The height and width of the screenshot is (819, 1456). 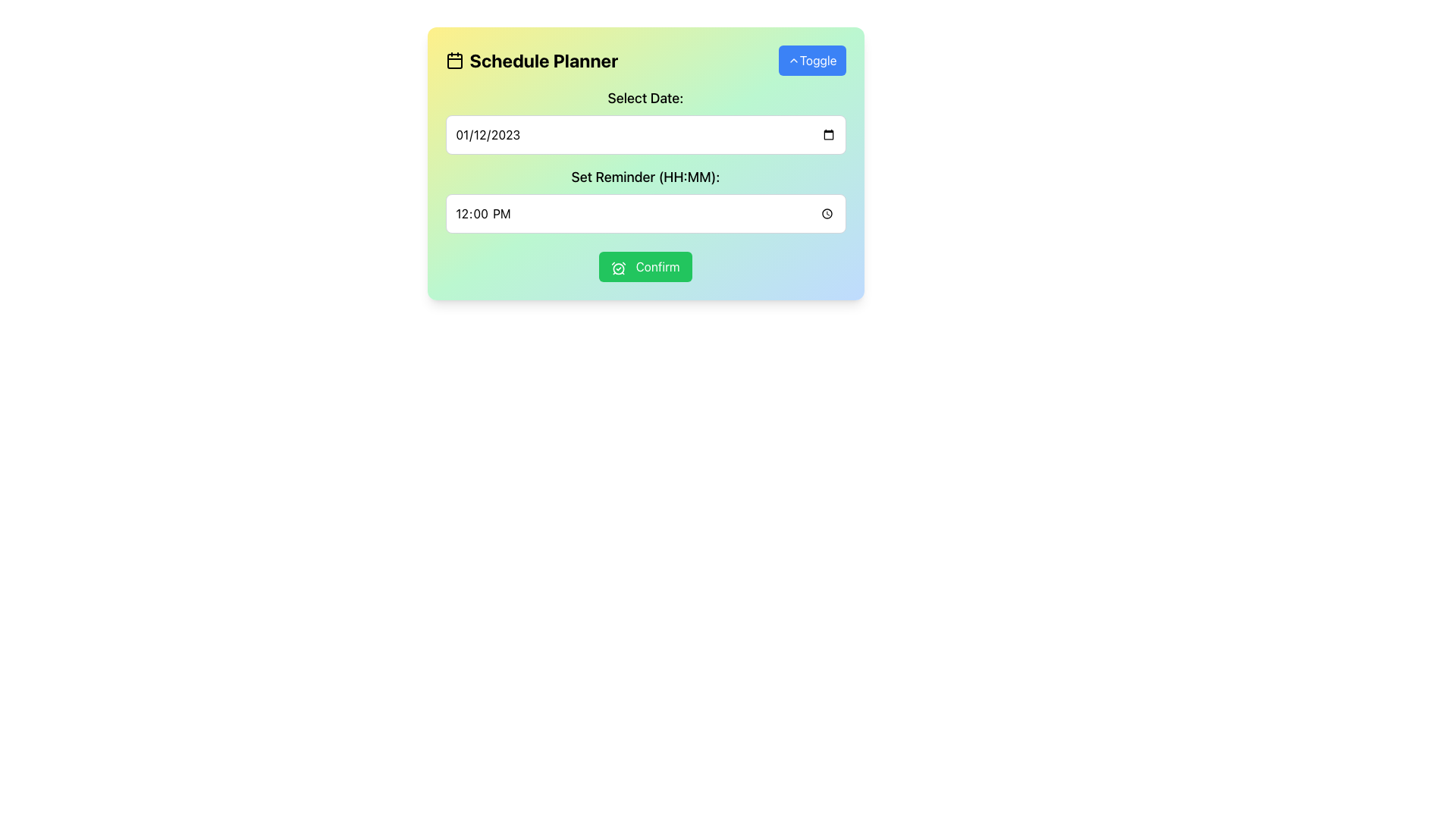 What do you see at coordinates (645, 265) in the screenshot?
I see `the green 'Confirm' button located in the 'Schedule Planner' section, positioned below the 'Set Reminder (HH:MM)' input field, to confirm settings` at bounding box center [645, 265].